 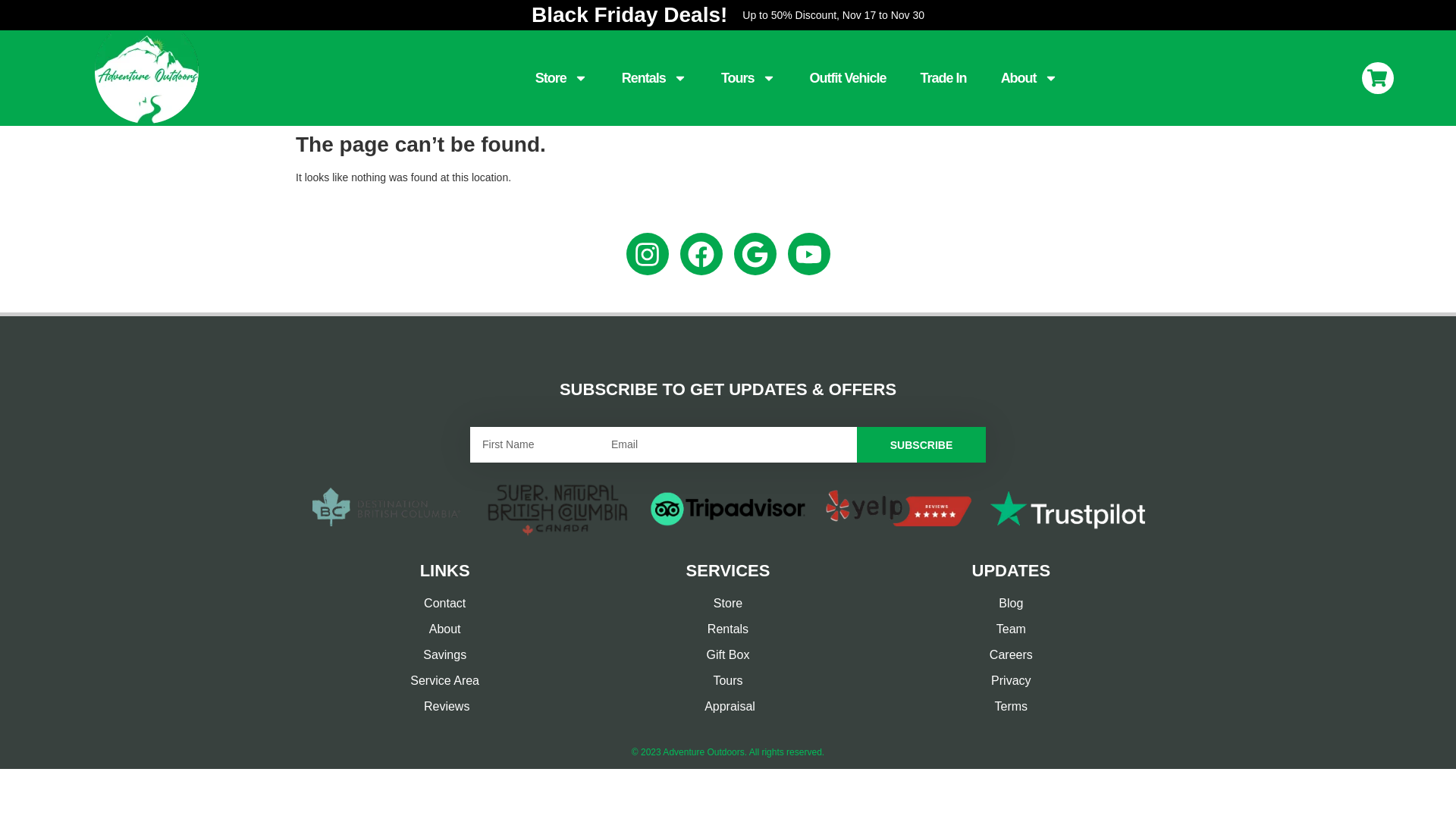 I want to click on 'Tours', so click(x=748, y=78).